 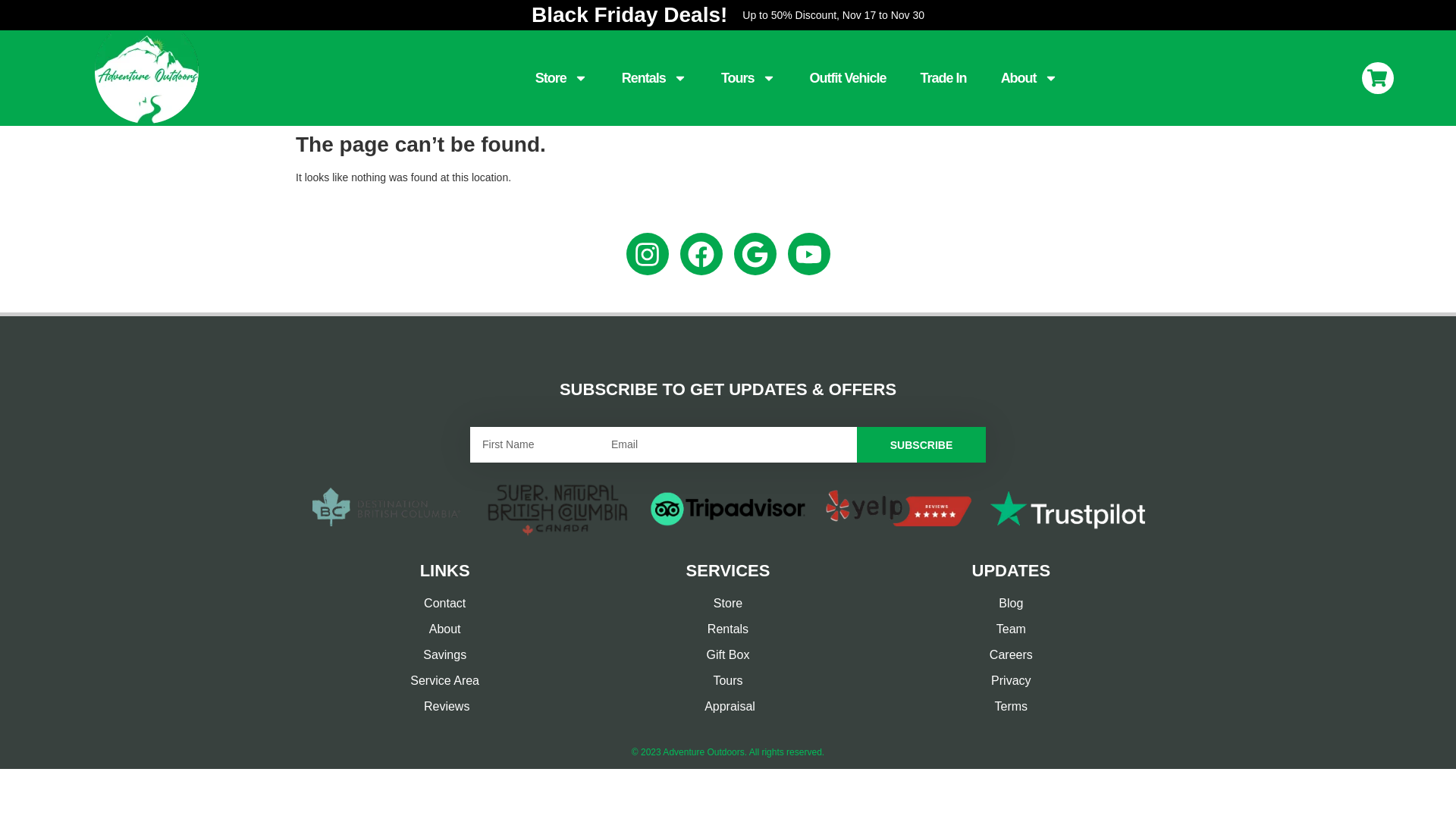 I want to click on 'Tours', so click(x=748, y=78).